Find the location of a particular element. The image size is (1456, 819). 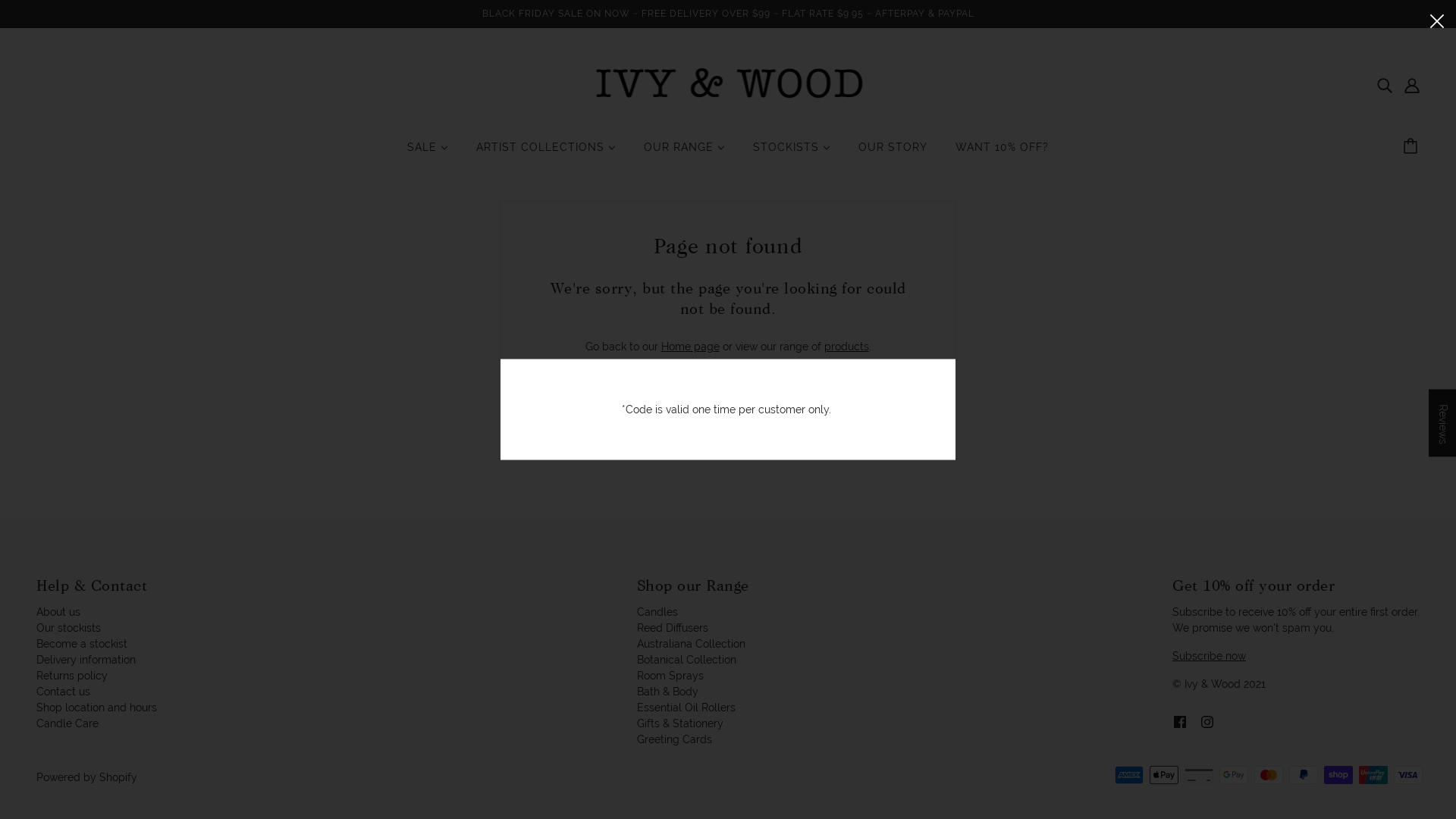

'Botanical Collection' is located at coordinates (637, 659).